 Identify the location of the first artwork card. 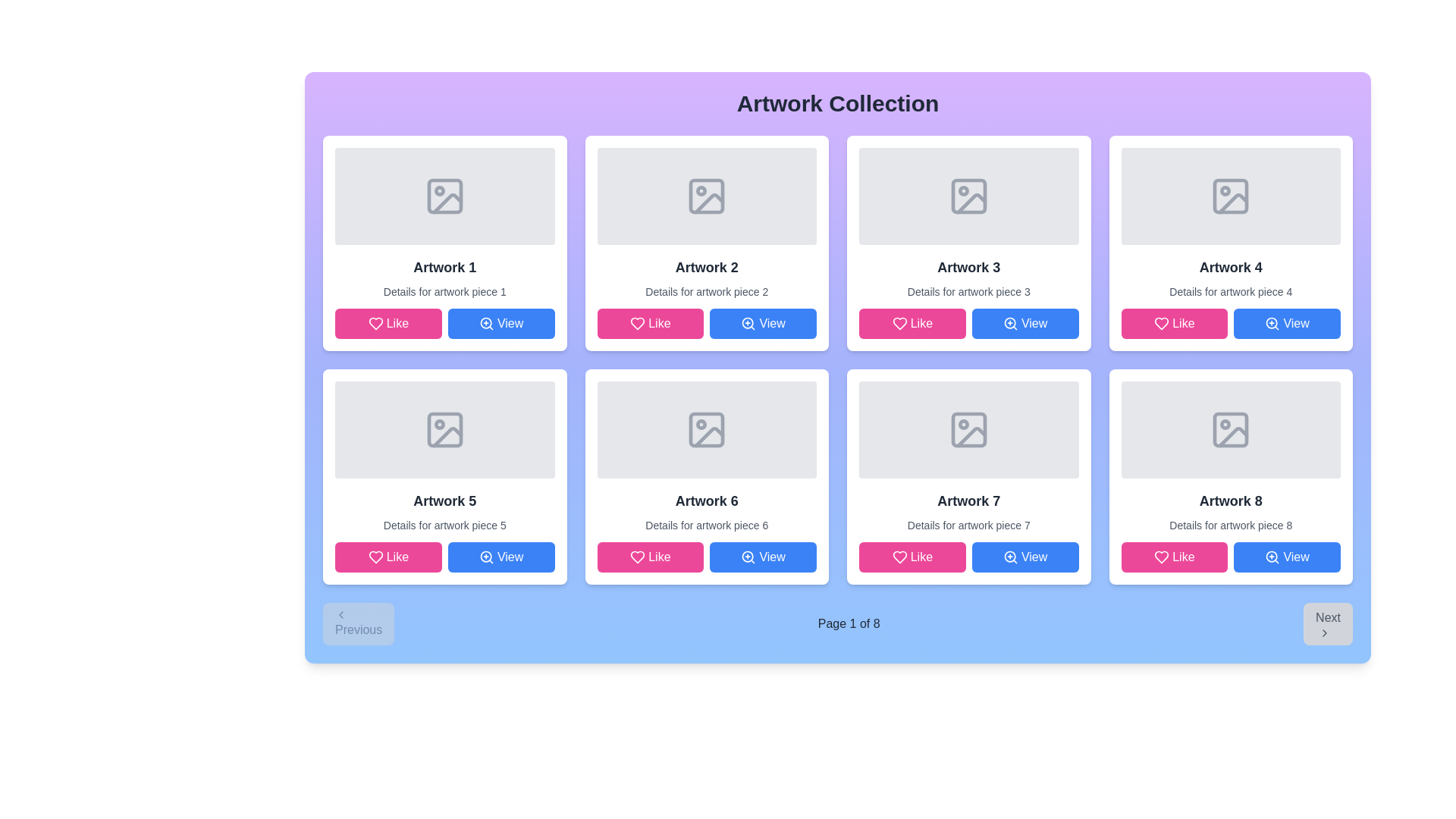
(444, 242).